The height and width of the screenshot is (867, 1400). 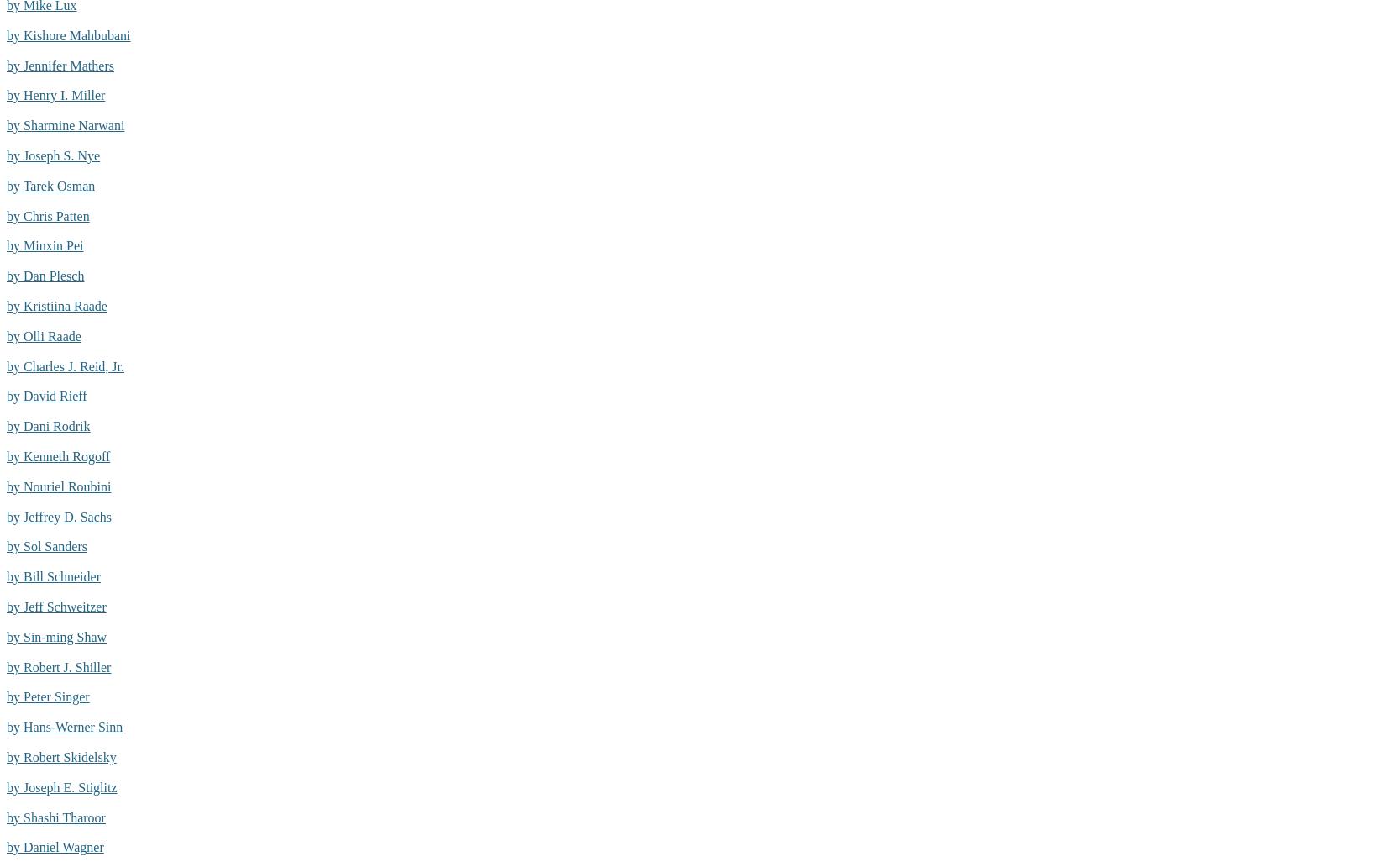 I want to click on 'by Robert J. Shiller', so click(x=58, y=666).